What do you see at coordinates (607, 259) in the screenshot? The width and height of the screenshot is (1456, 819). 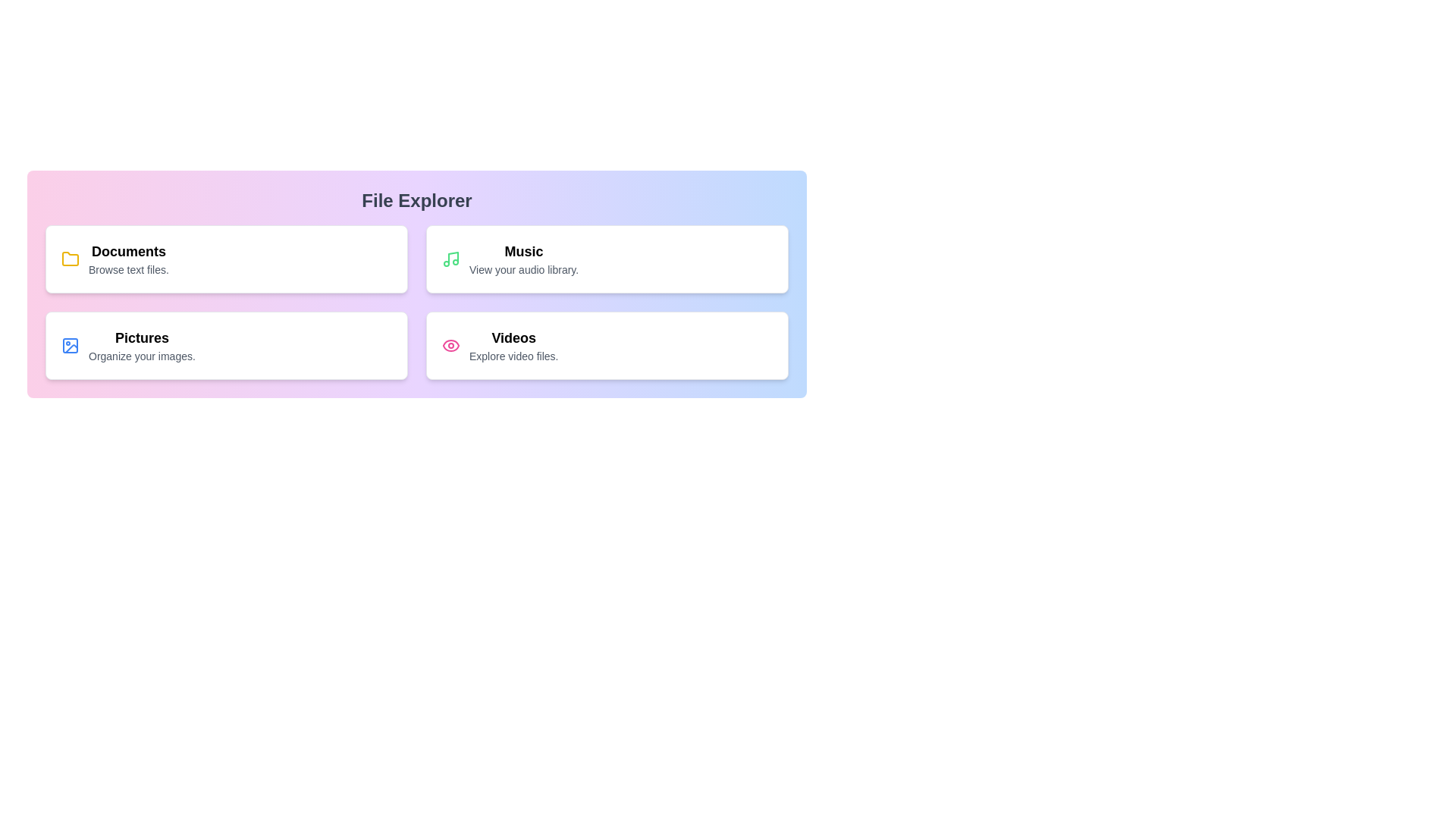 I see `the menu item Music to access its content` at bounding box center [607, 259].